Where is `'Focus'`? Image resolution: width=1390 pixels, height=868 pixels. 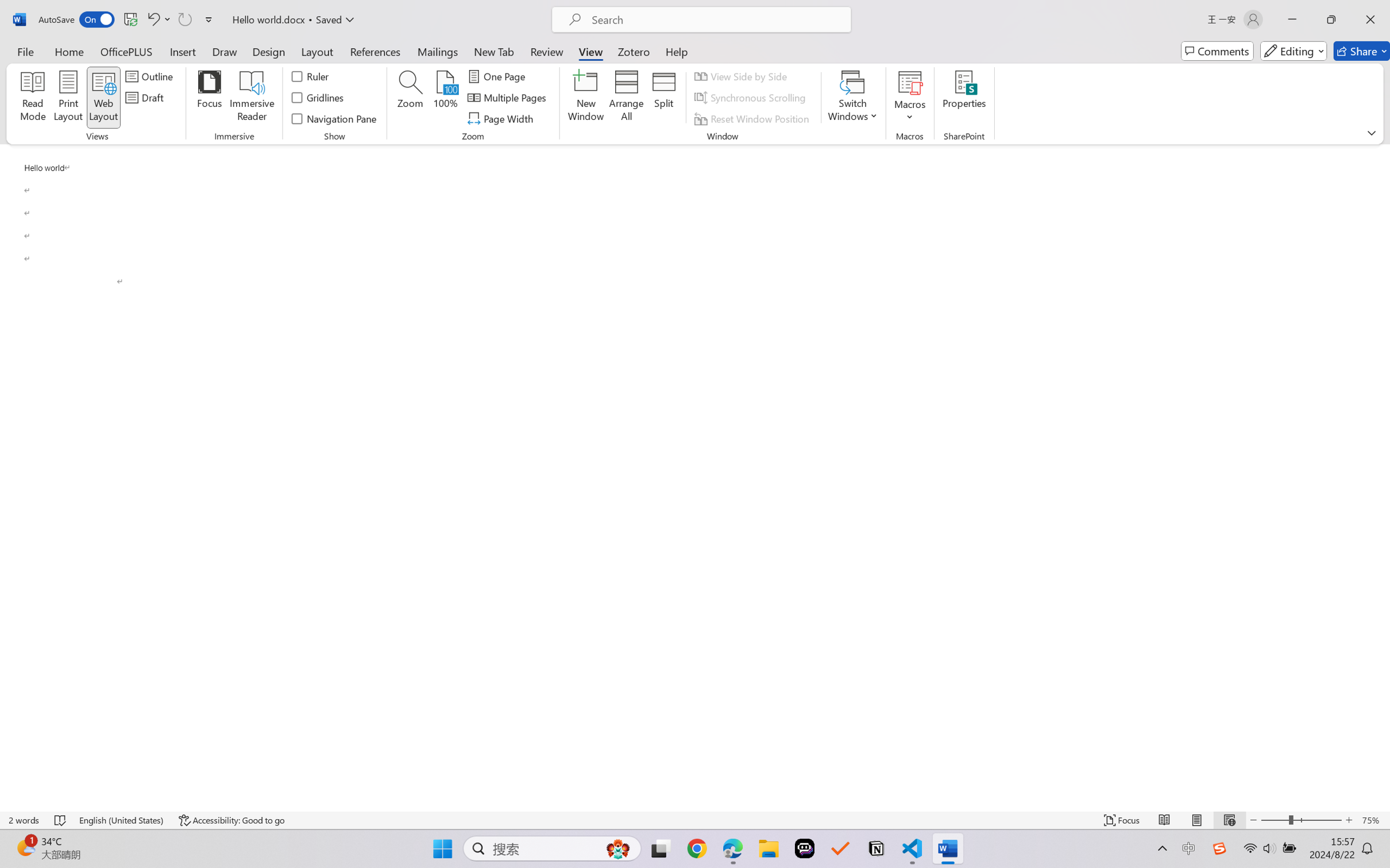 'Focus' is located at coordinates (209, 98).